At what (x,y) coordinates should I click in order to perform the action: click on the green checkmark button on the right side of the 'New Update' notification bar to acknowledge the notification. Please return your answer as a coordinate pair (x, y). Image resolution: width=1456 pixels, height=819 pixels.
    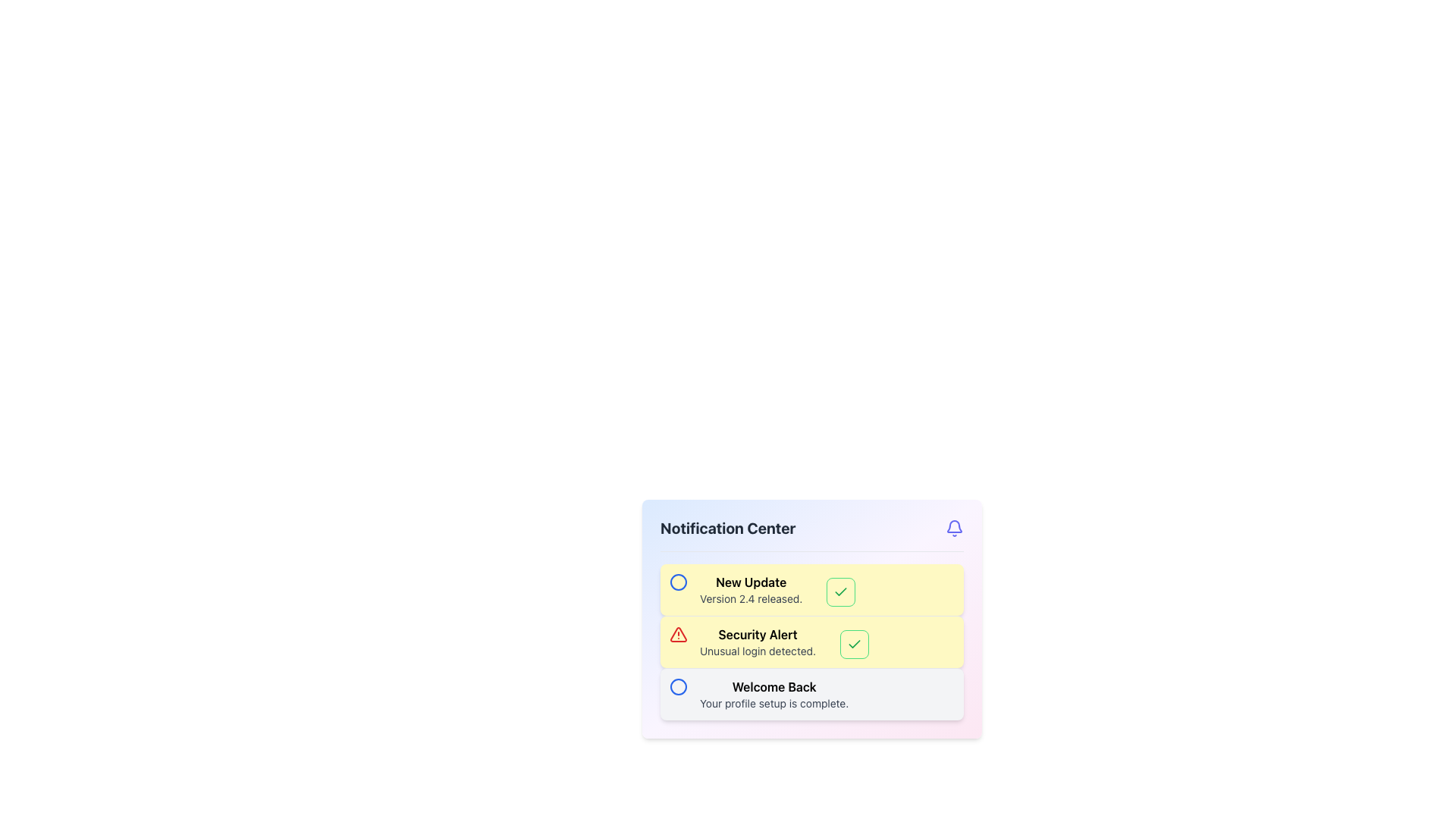
    Looking at the image, I should click on (840, 591).